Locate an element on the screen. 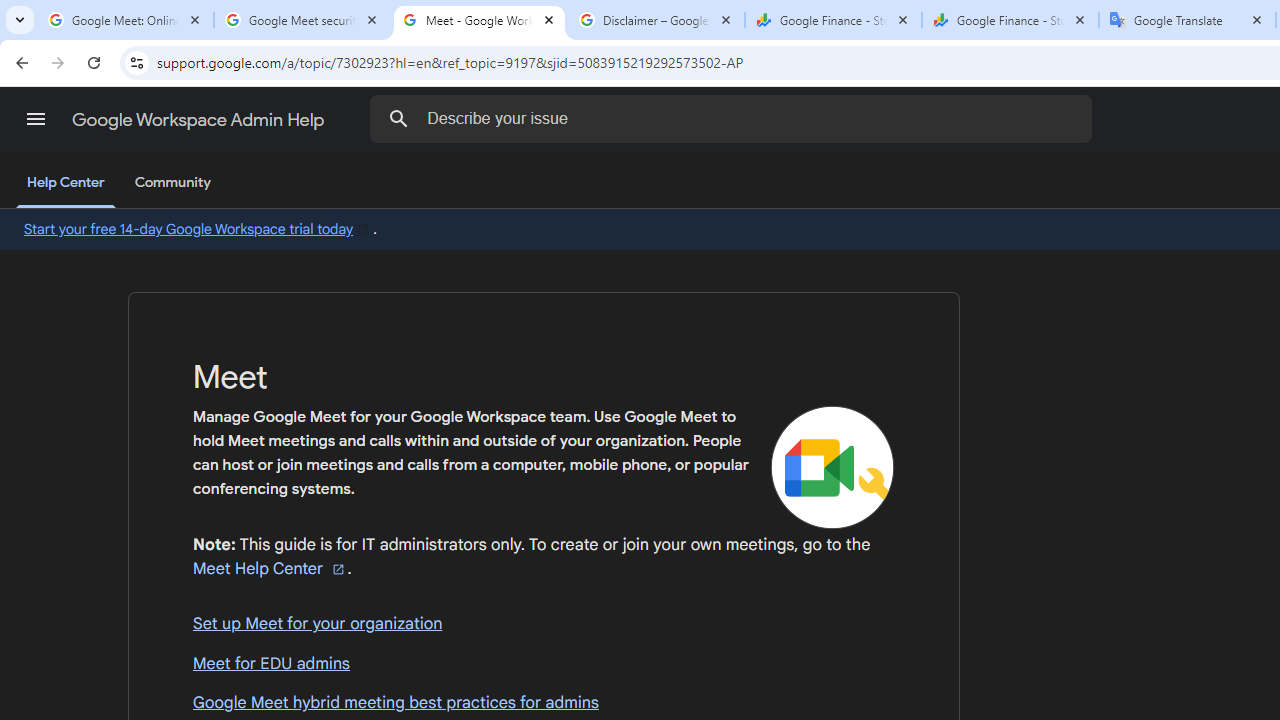 This screenshot has width=1280, height=720. 'Google Workspace Admin Help' is located at coordinates (200, 119).